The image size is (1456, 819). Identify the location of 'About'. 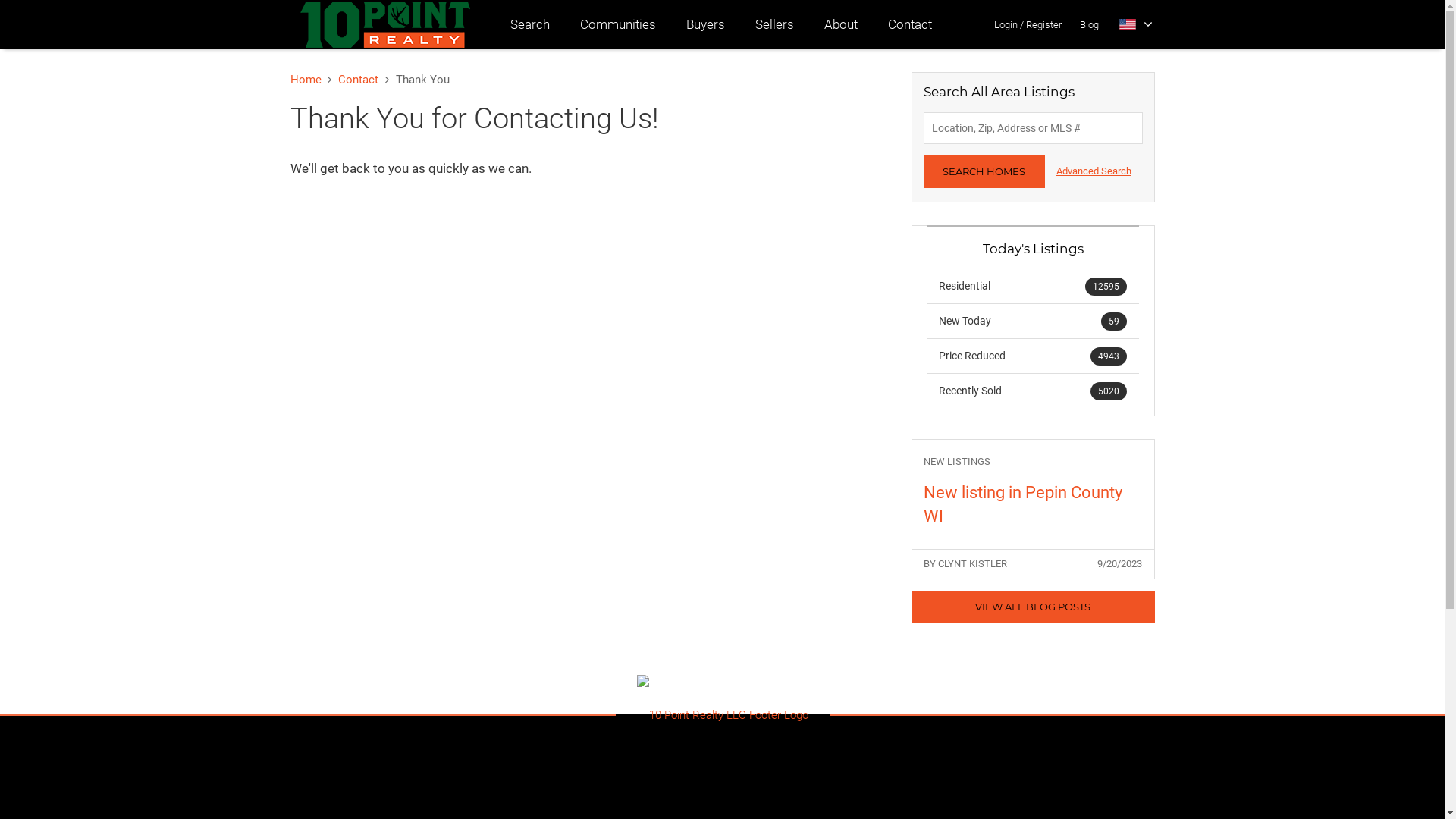
(807, 24).